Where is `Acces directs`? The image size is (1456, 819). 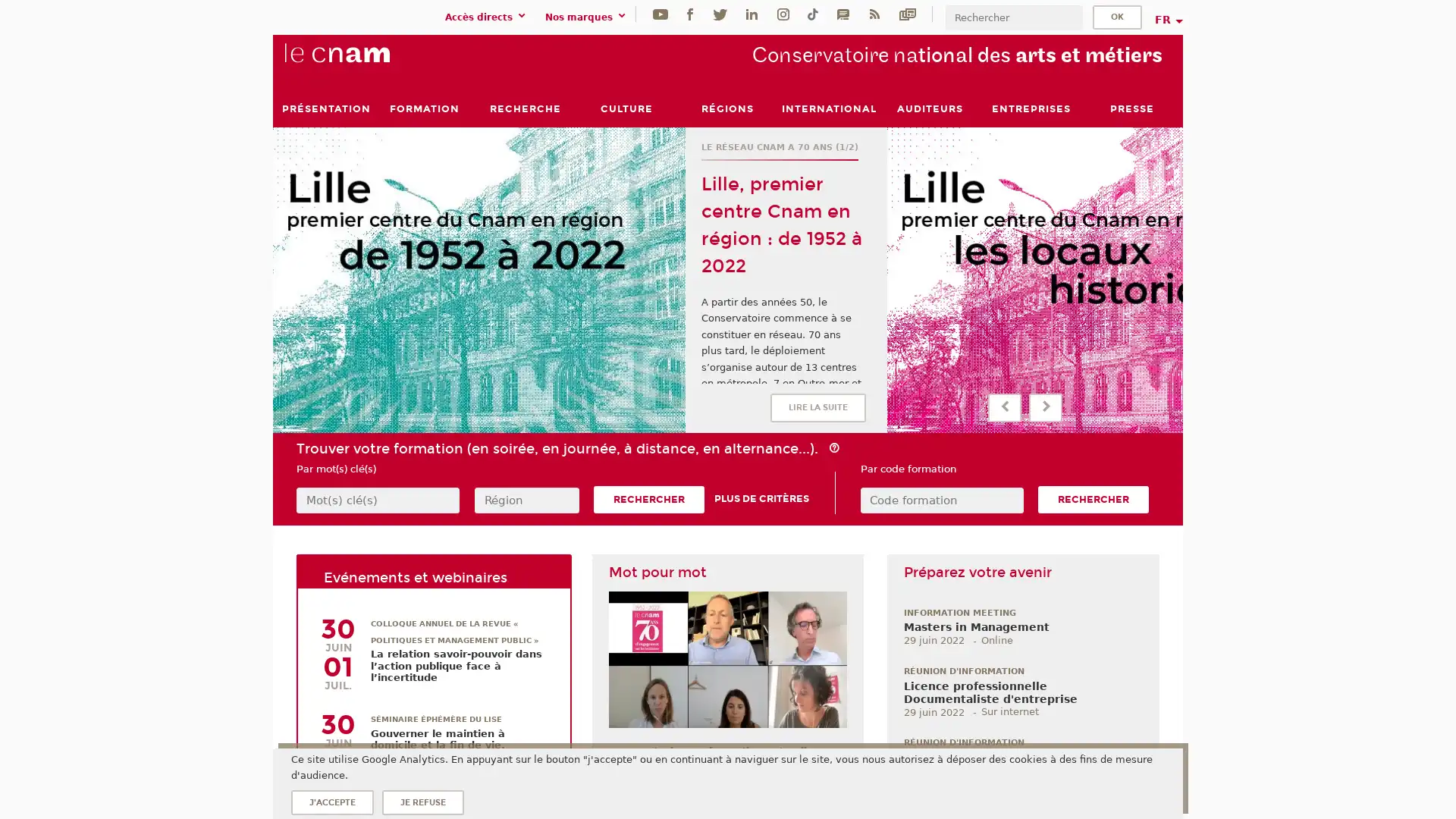 Acces directs is located at coordinates (488, 17).